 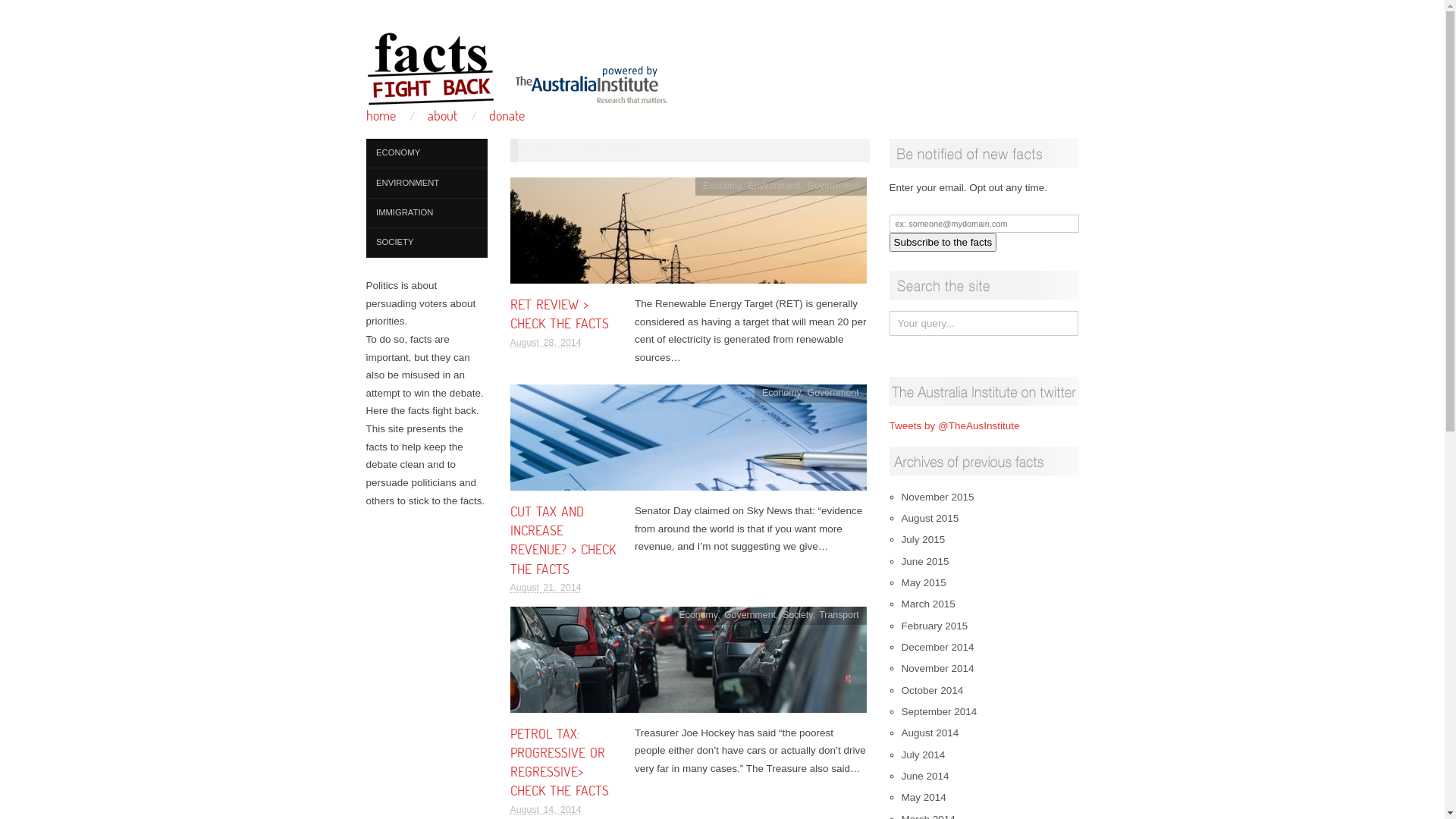 What do you see at coordinates (380, 114) in the screenshot?
I see `'home'` at bounding box center [380, 114].